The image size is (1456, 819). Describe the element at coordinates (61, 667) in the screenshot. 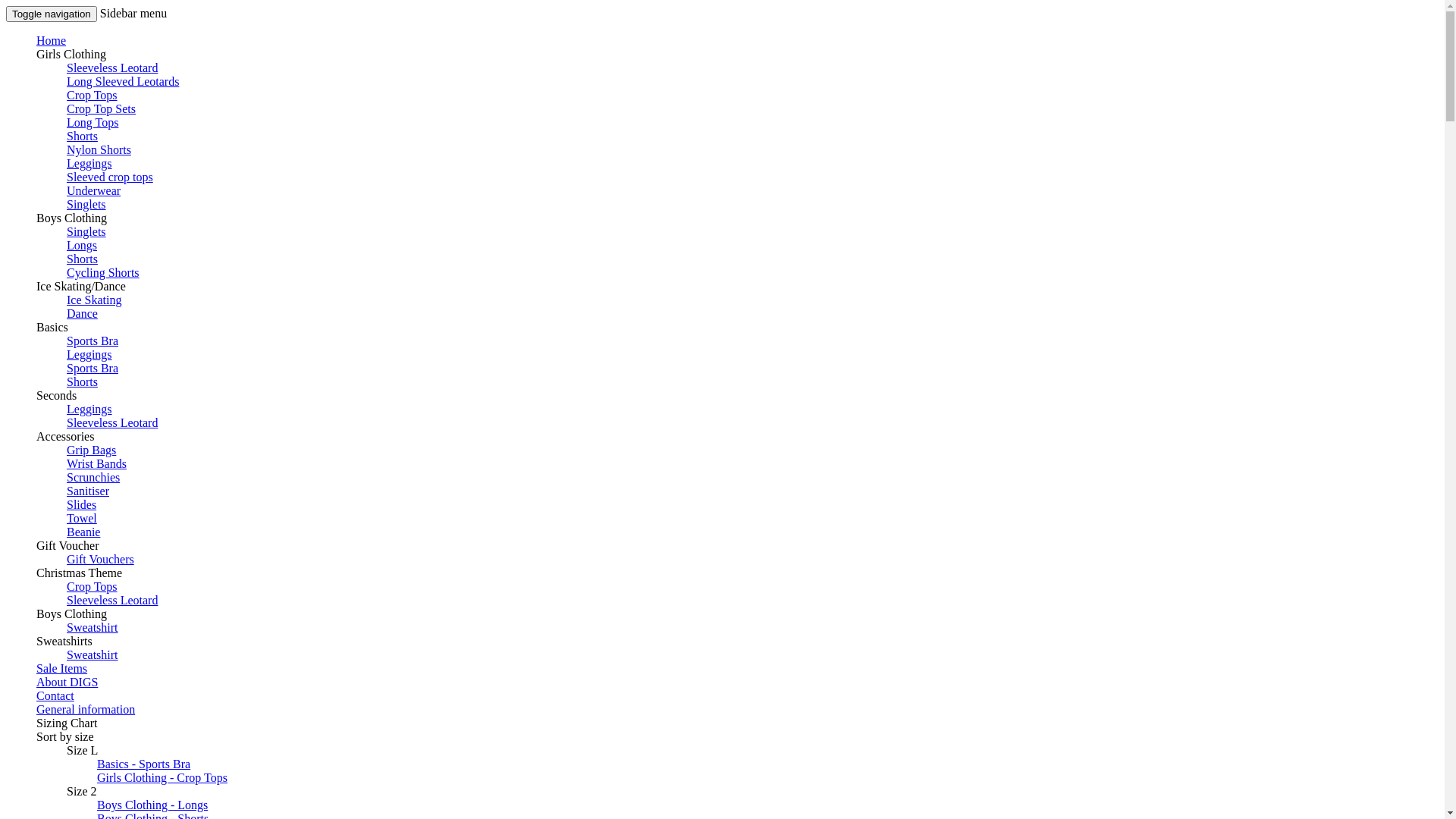

I see `'Sale Items'` at that location.